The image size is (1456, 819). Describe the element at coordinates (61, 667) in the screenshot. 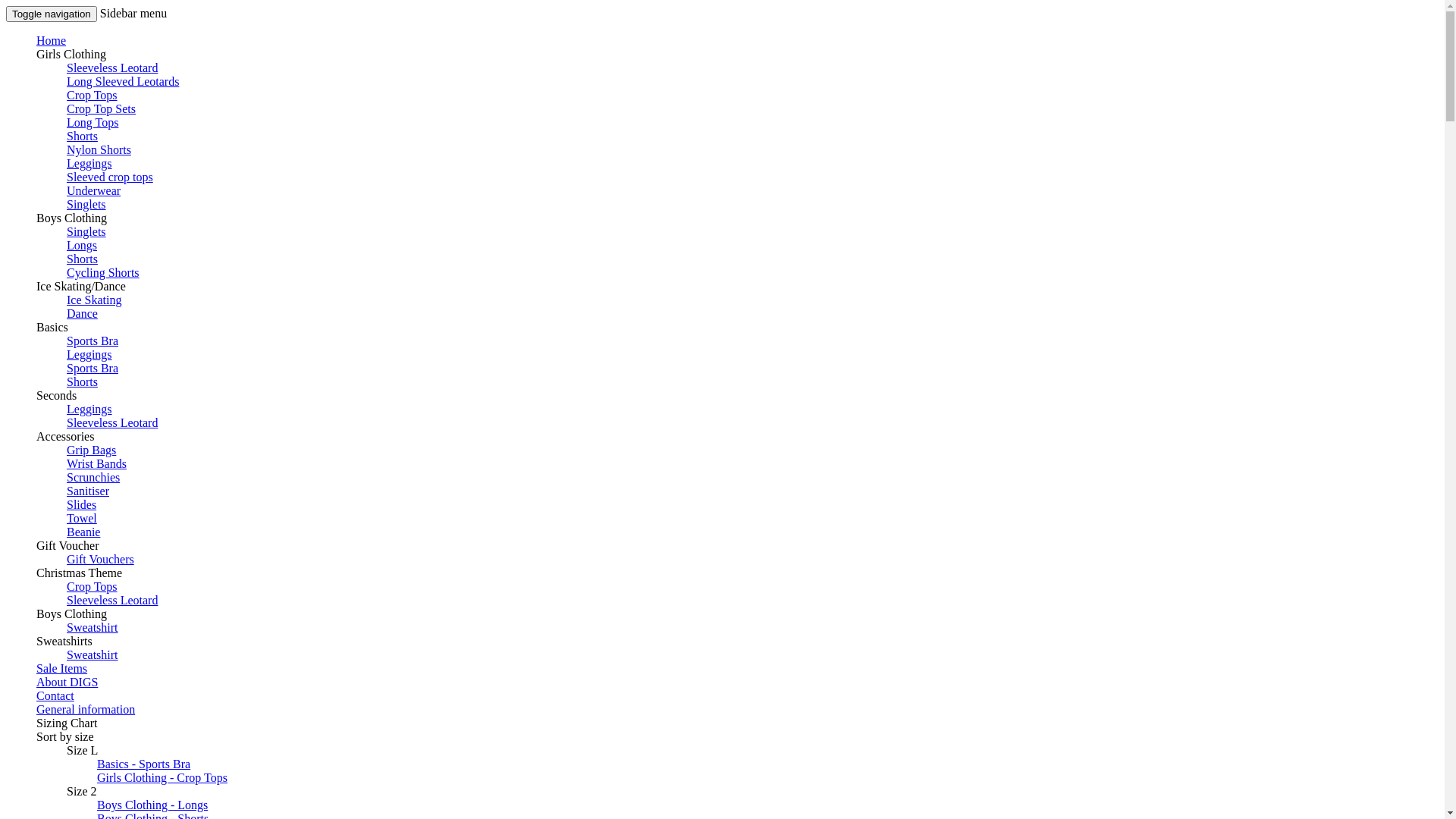

I see `'Sale Items'` at that location.